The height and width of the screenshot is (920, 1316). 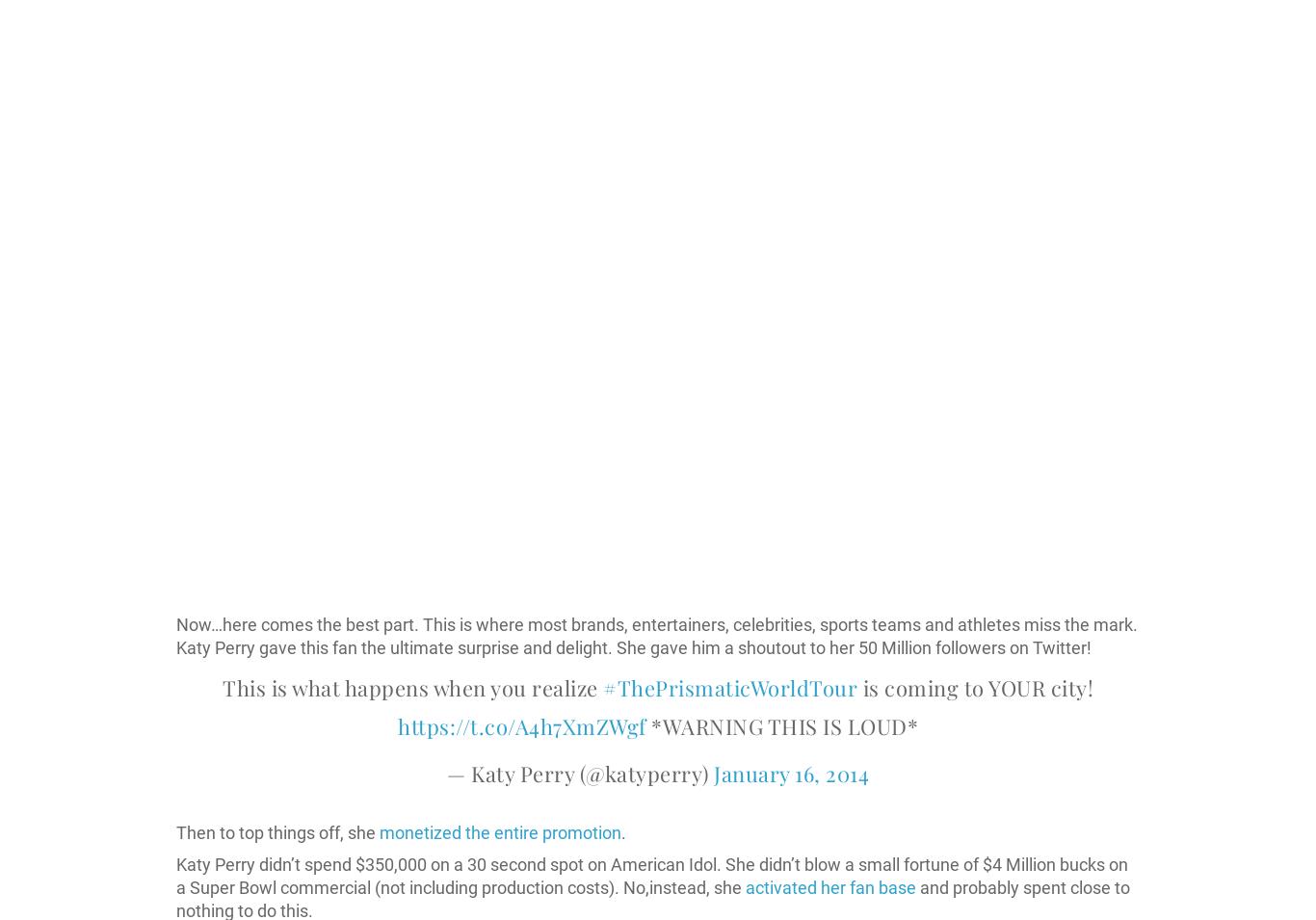 I want to click on 'Katy Perry didn’t spend $350,000 on a 30 second spot on American Idol. She didn’t blow a small fortune of $4 Million bucks on a Super Bowl commercial (not including production costs). No,instead, she', so click(x=650, y=876).